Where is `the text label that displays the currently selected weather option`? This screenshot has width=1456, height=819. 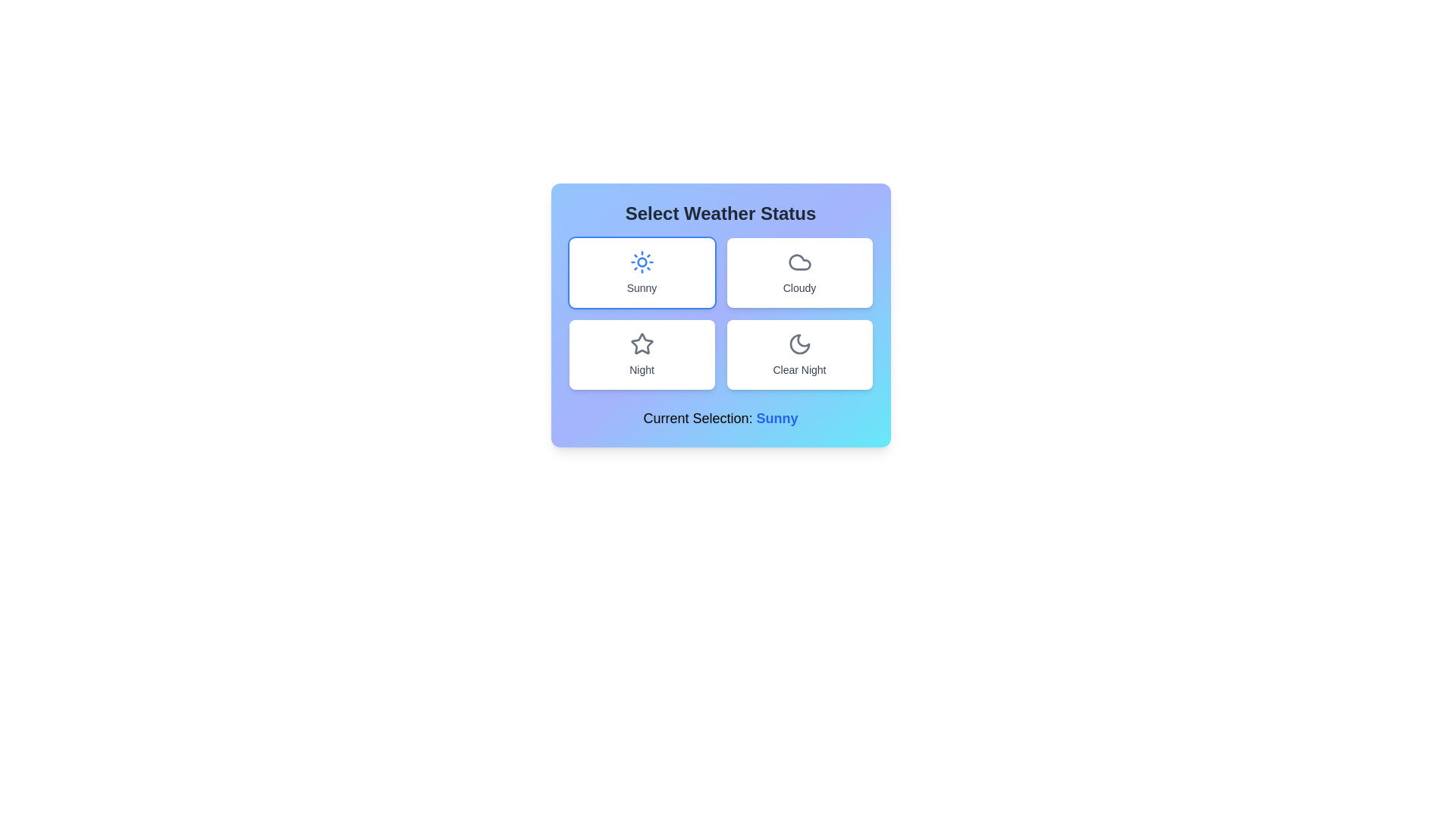 the text label that displays the currently selected weather option is located at coordinates (720, 418).